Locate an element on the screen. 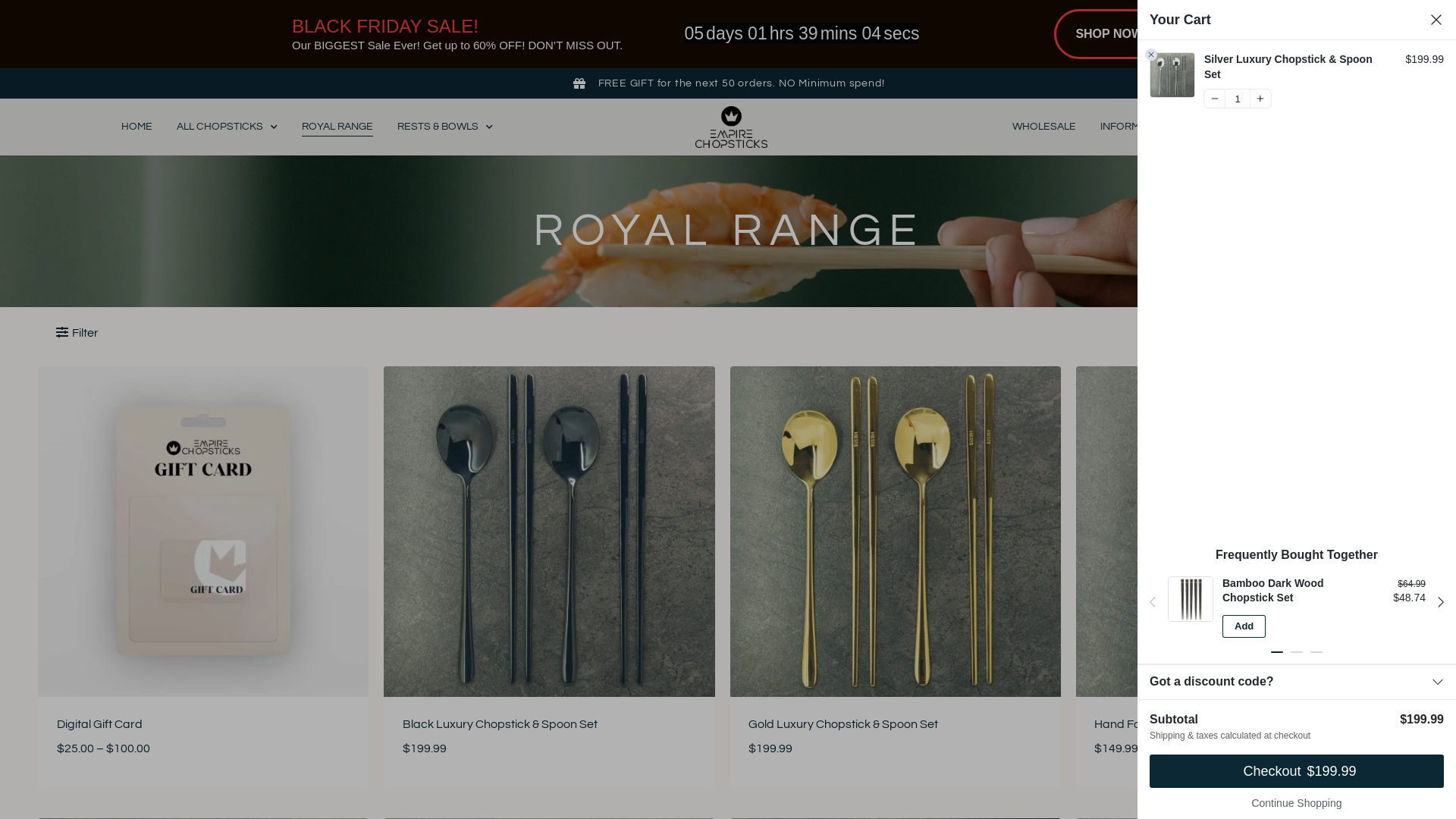 The width and height of the screenshot is (1456, 819). 'Continue Shopping' is located at coordinates (1150, 802).